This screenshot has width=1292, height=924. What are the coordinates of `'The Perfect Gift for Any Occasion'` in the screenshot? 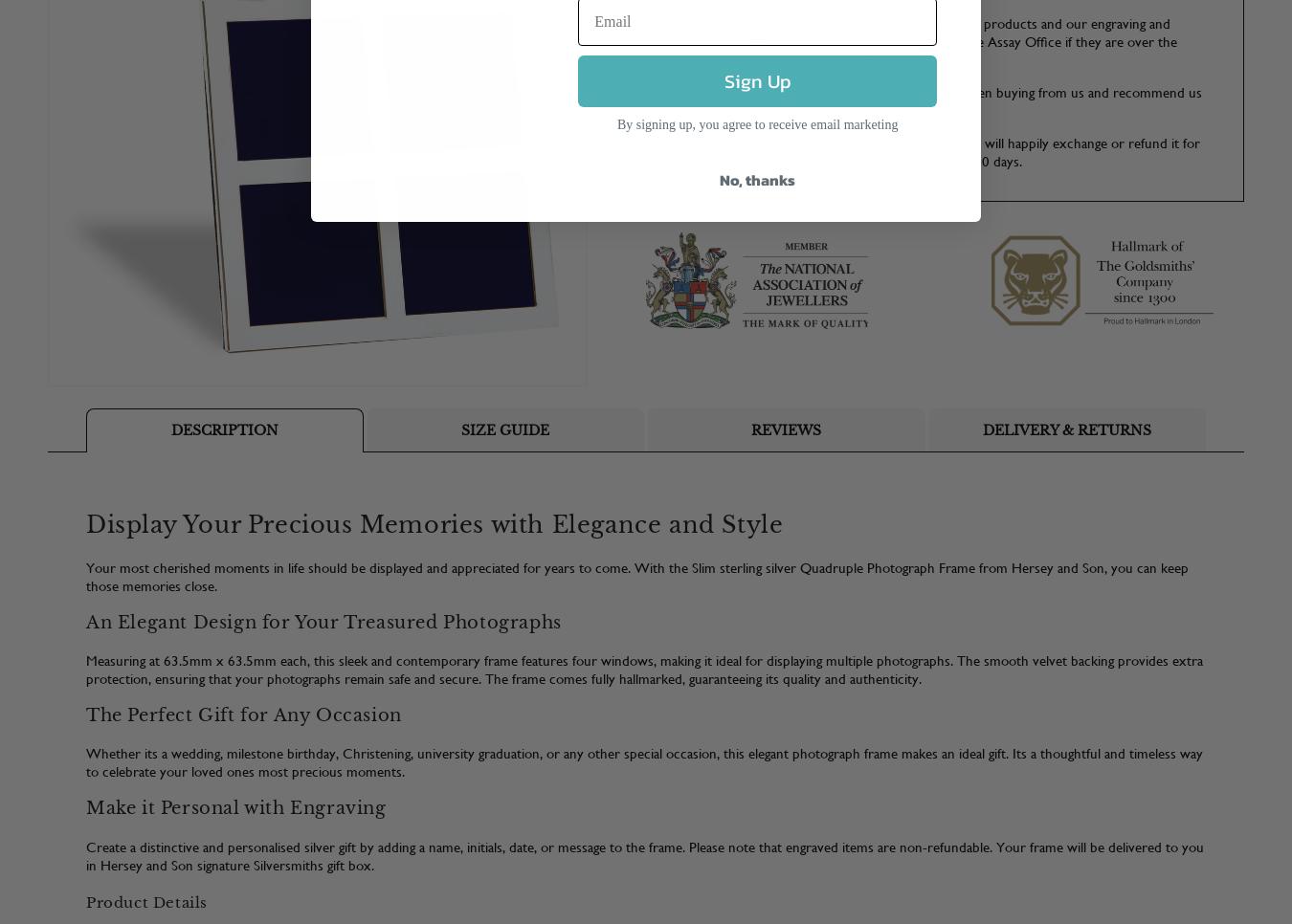 It's located at (85, 715).